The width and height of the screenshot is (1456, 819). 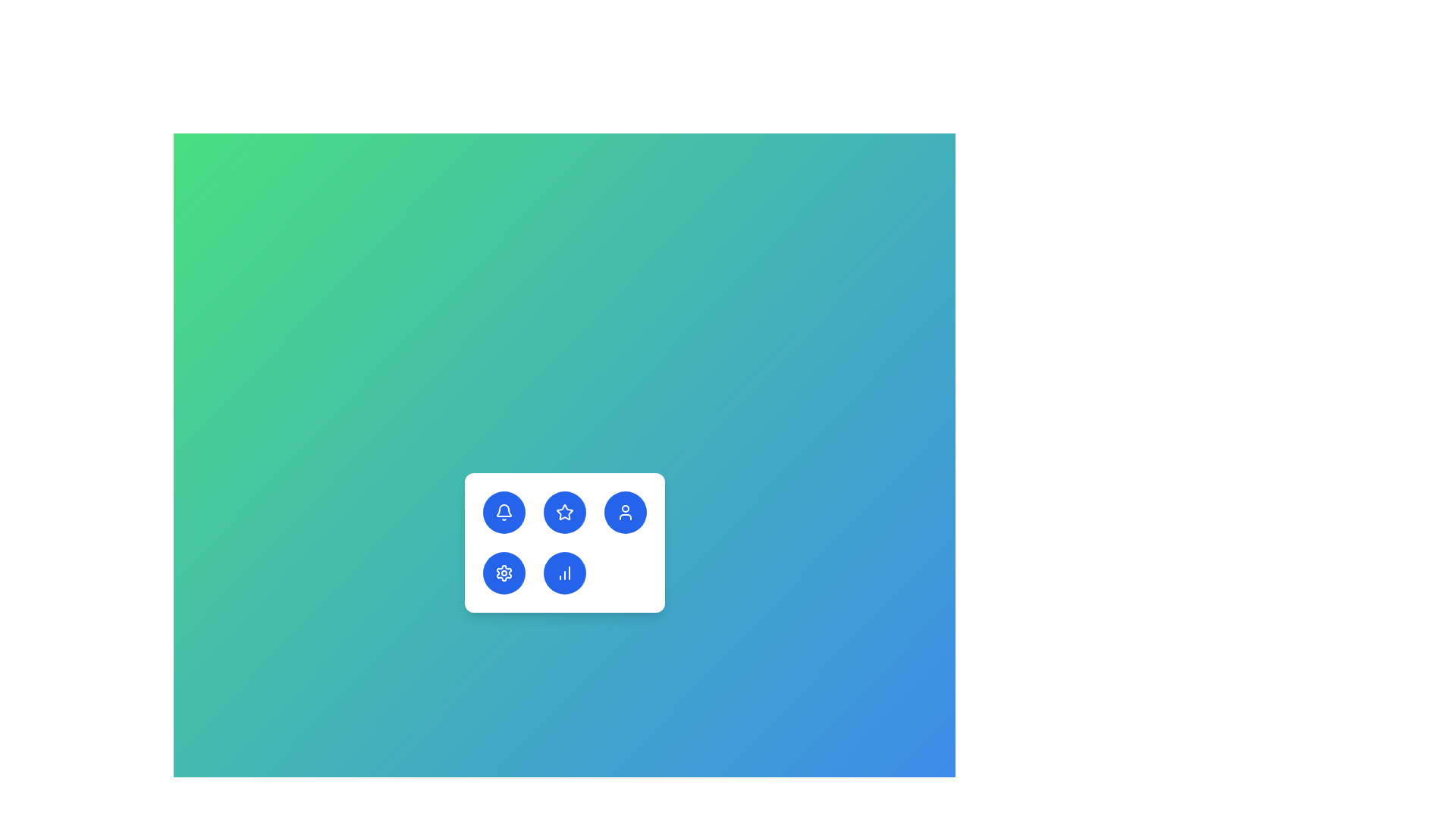 I want to click on the settings button located in the bottom-left slot of the grid layout, so click(x=504, y=573).